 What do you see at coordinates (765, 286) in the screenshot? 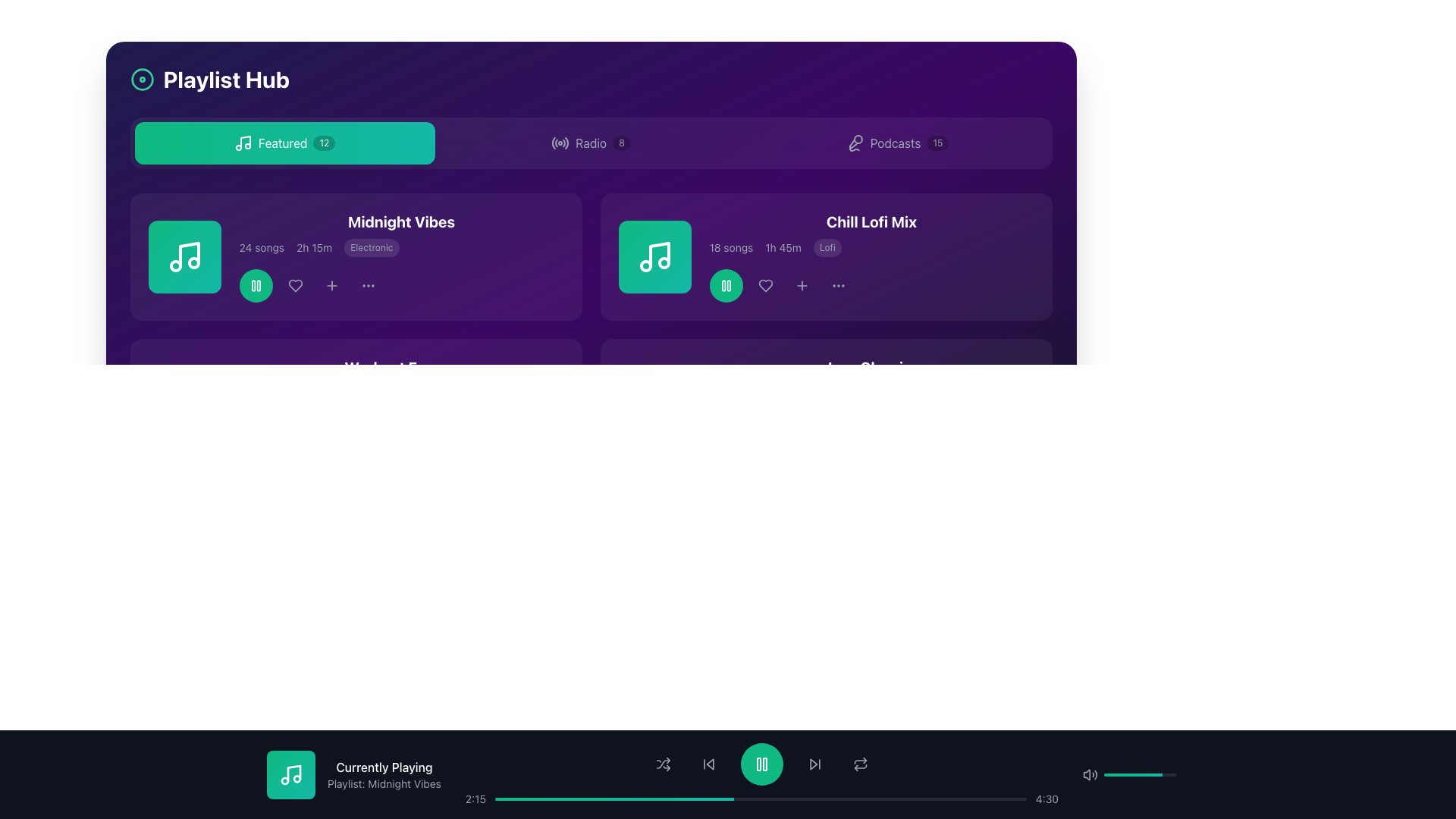
I see `the 'favorite' icon button located to the right of the circular play button` at bounding box center [765, 286].